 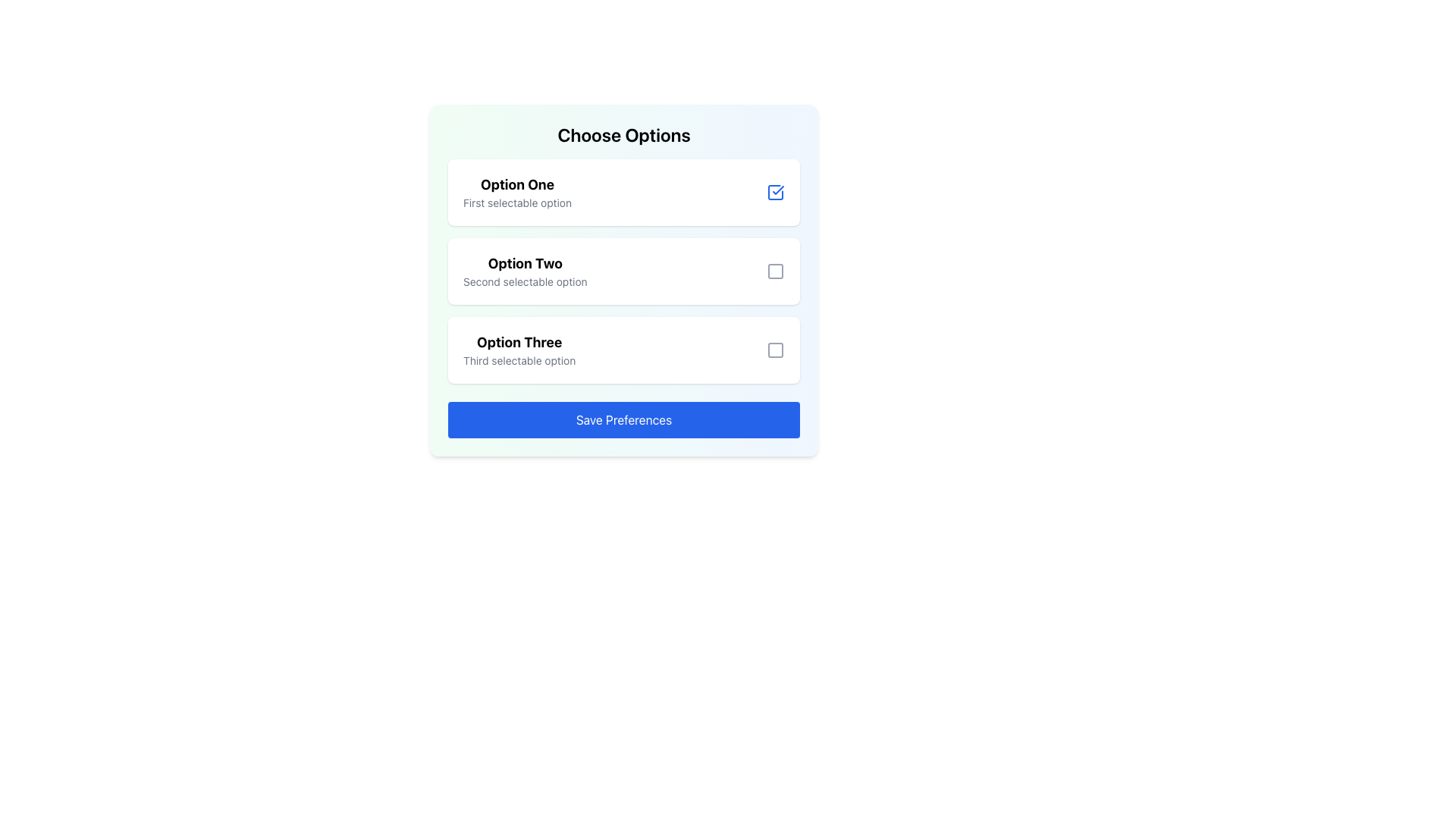 What do you see at coordinates (517, 184) in the screenshot?
I see `the bold black text label reading 'Option One' which is the first option in a vertical list of options inside a rectangular card with a white background` at bounding box center [517, 184].